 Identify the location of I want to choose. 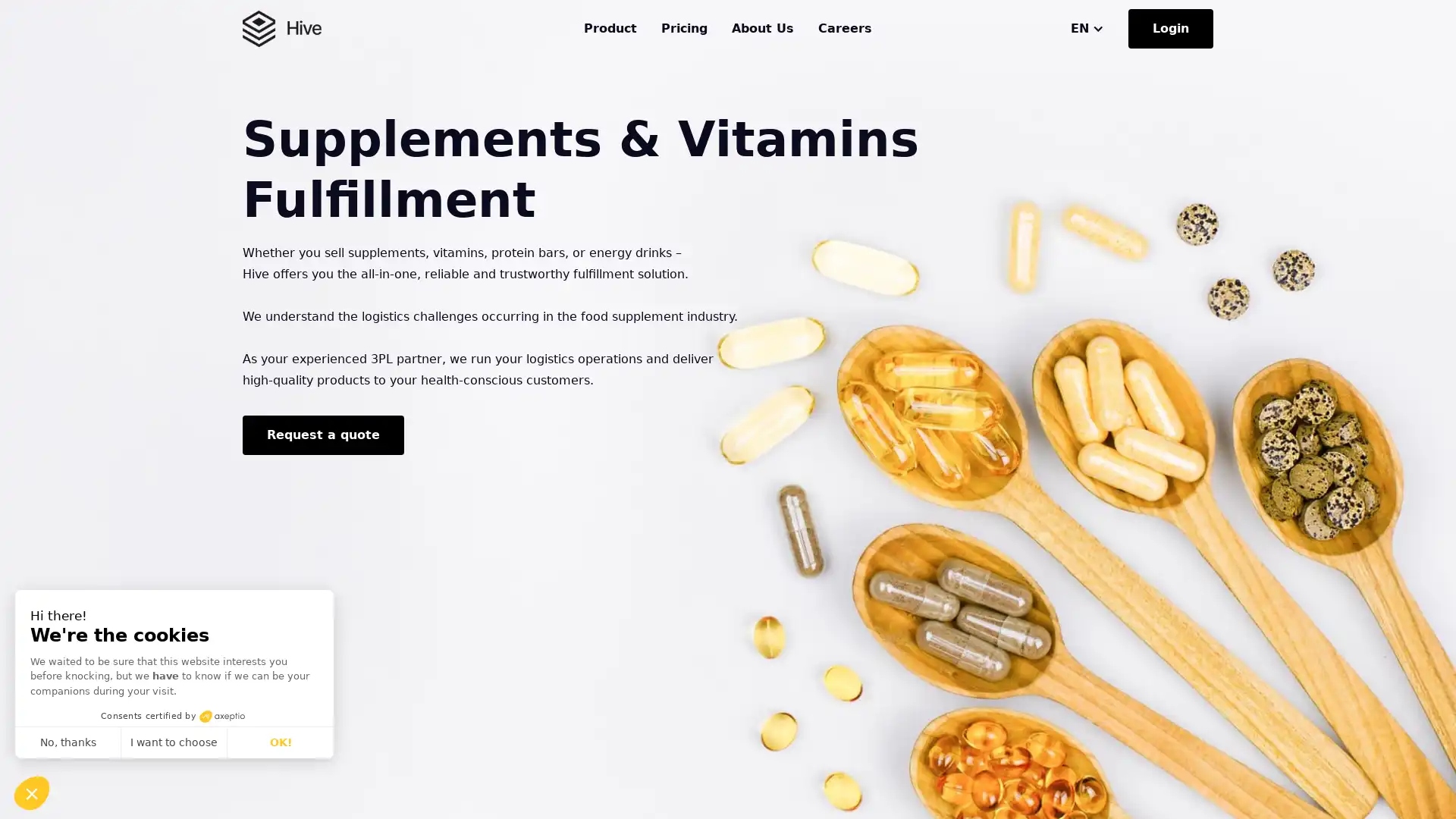
(174, 742).